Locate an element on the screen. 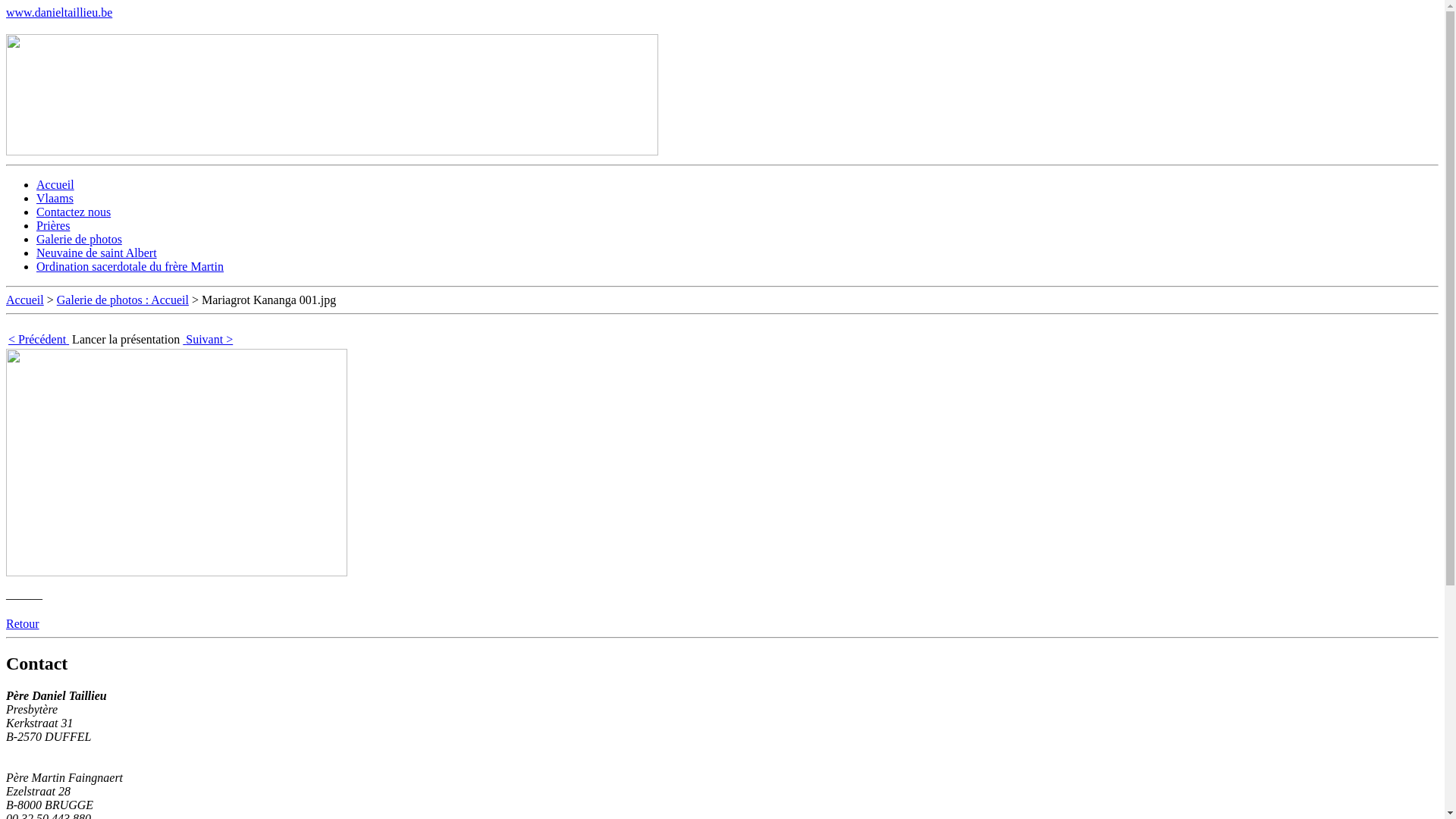  'www.danieltaillieu.be' is located at coordinates (58, 12).